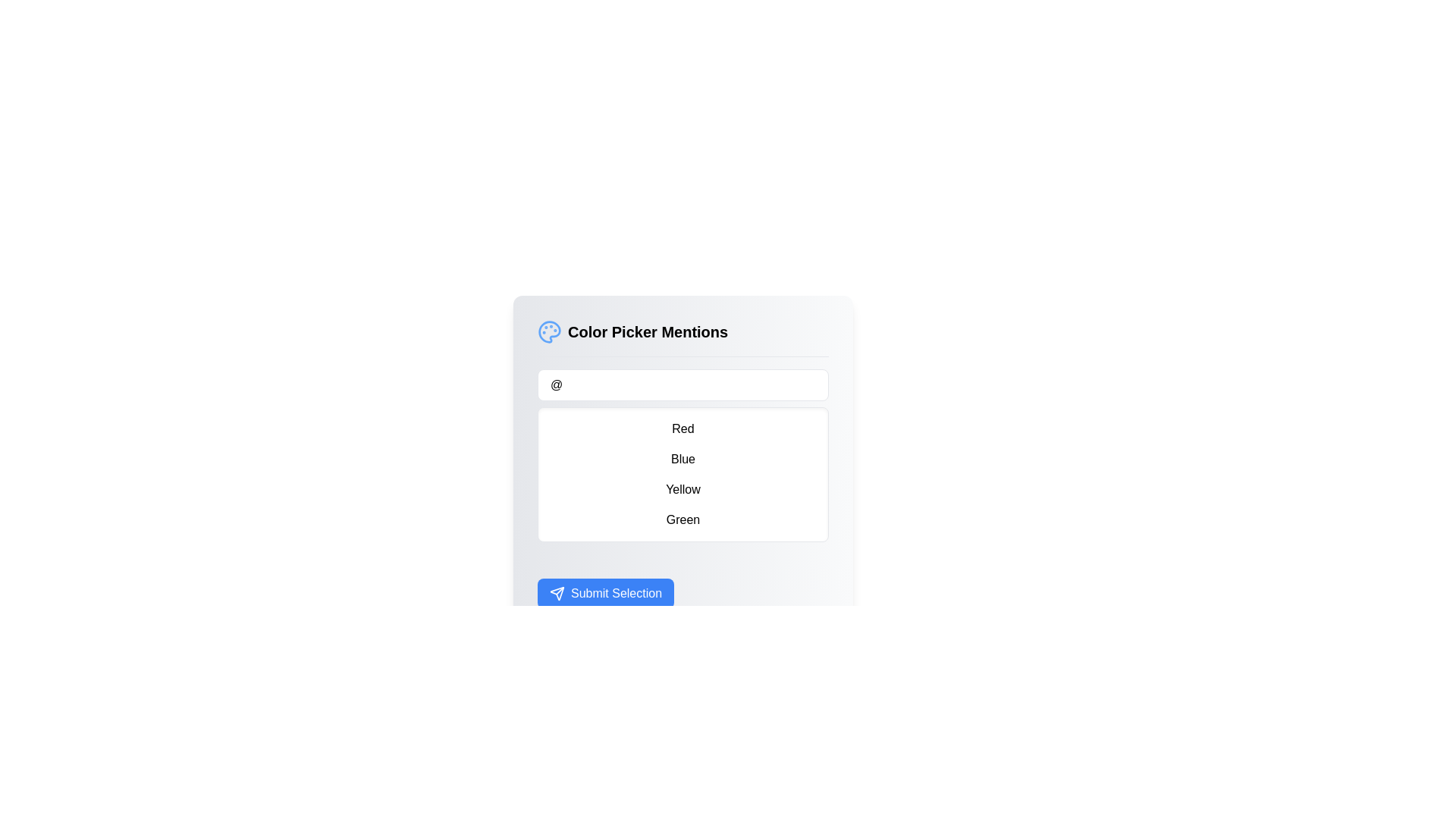 The height and width of the screenshot is (819, 1456). I want to click on the button icon at the bottom-right corner of the form that symbolizes sending or submission actions, labeled 'Submit Selection.', so click(556, 593).